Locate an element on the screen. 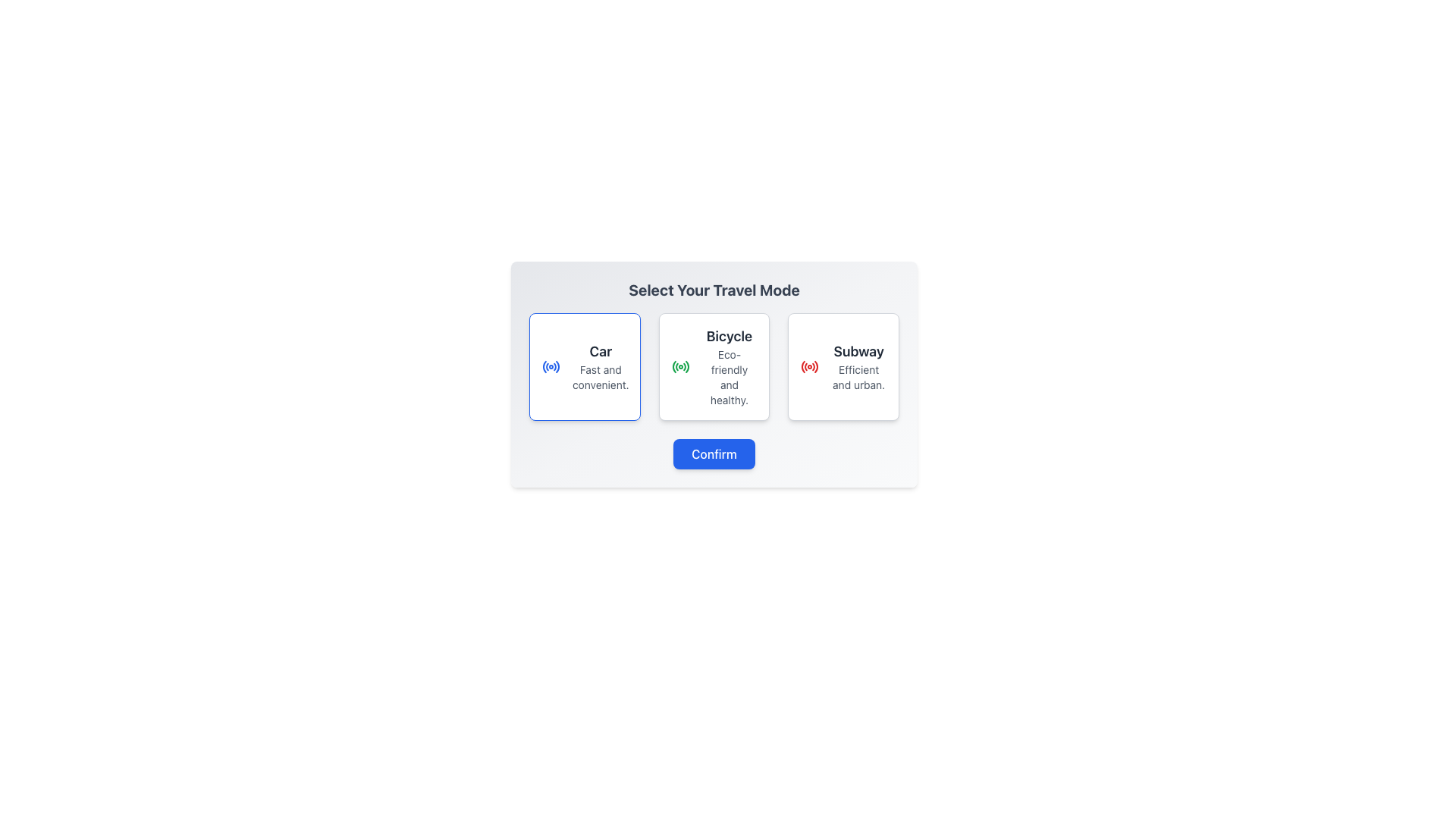 This screenshot has width=1456, height=819. the header text stating 'Select Your Travel Mode', which is styled with a bold, large font and centered alignment is located at coordinates (713, 290).